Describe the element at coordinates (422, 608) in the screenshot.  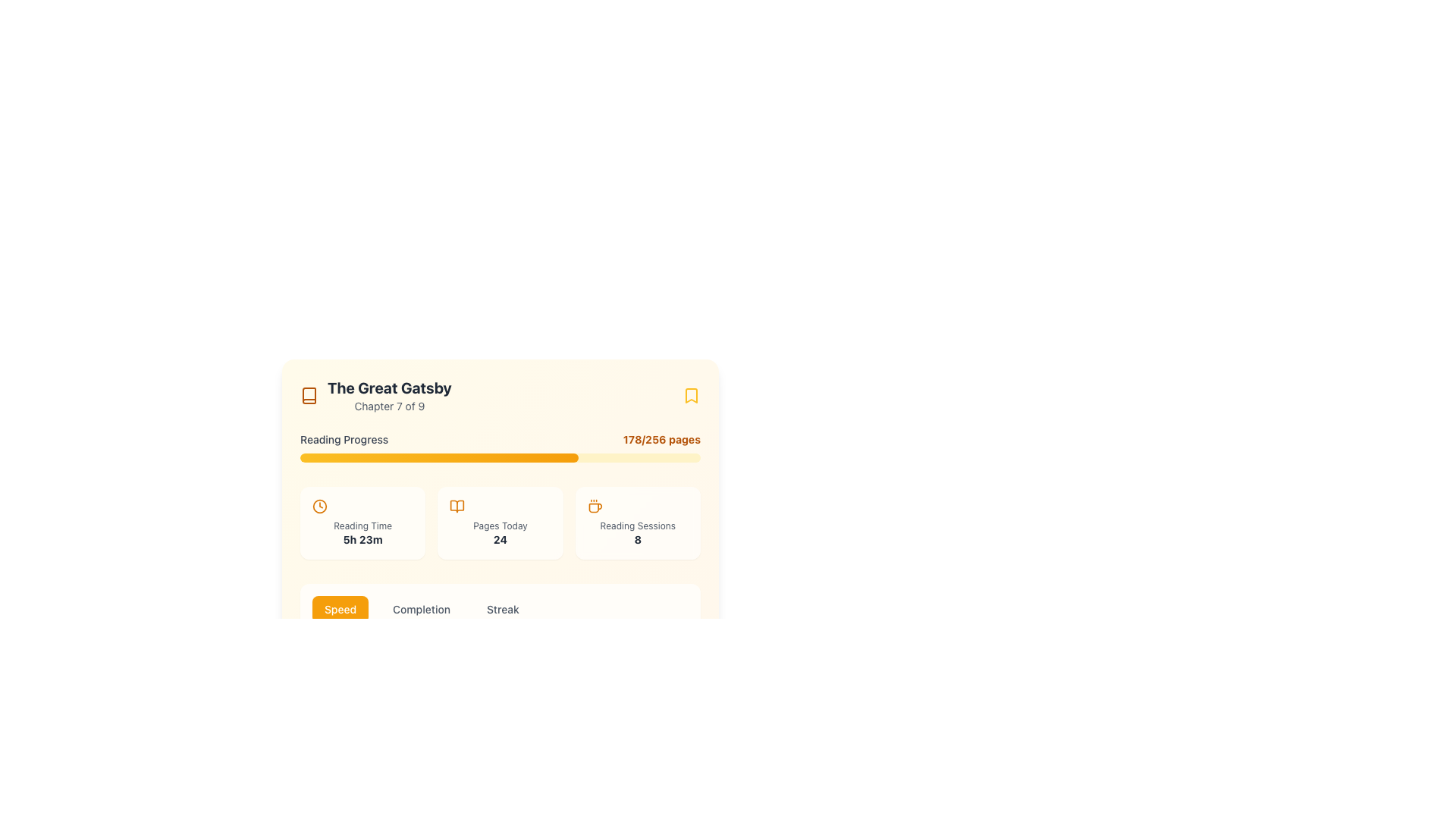
I see `the 'Completion' button, which is a text-based button with gray text and a rounded rectangle outline, located centrally between the 'Speed' and 'Streak' buttons` at that location.